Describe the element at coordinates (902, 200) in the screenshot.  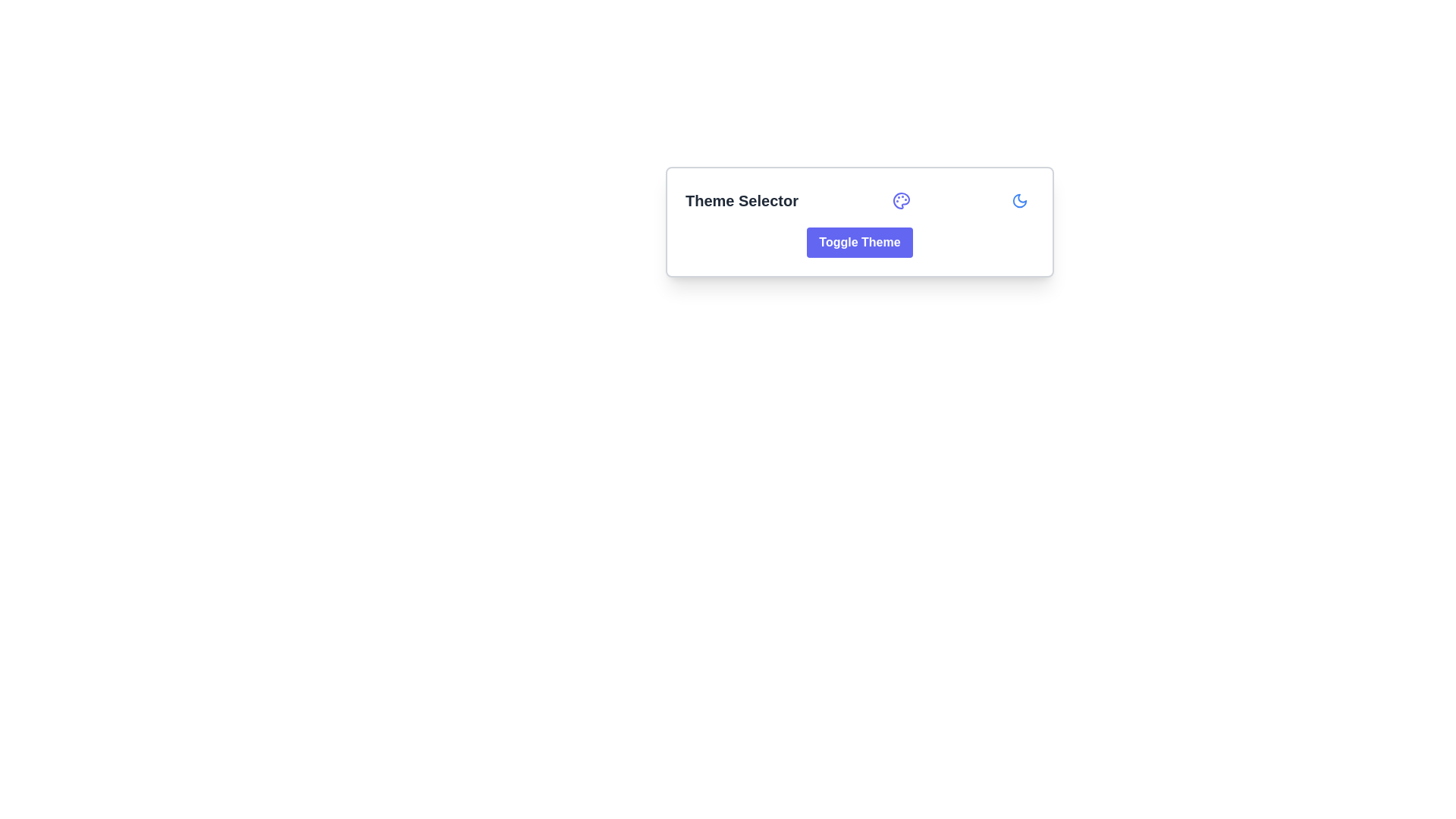
I see `the theme selection icon located next to the 'Theme Selector' title and near the 'Toggle Theme' button` at that location.